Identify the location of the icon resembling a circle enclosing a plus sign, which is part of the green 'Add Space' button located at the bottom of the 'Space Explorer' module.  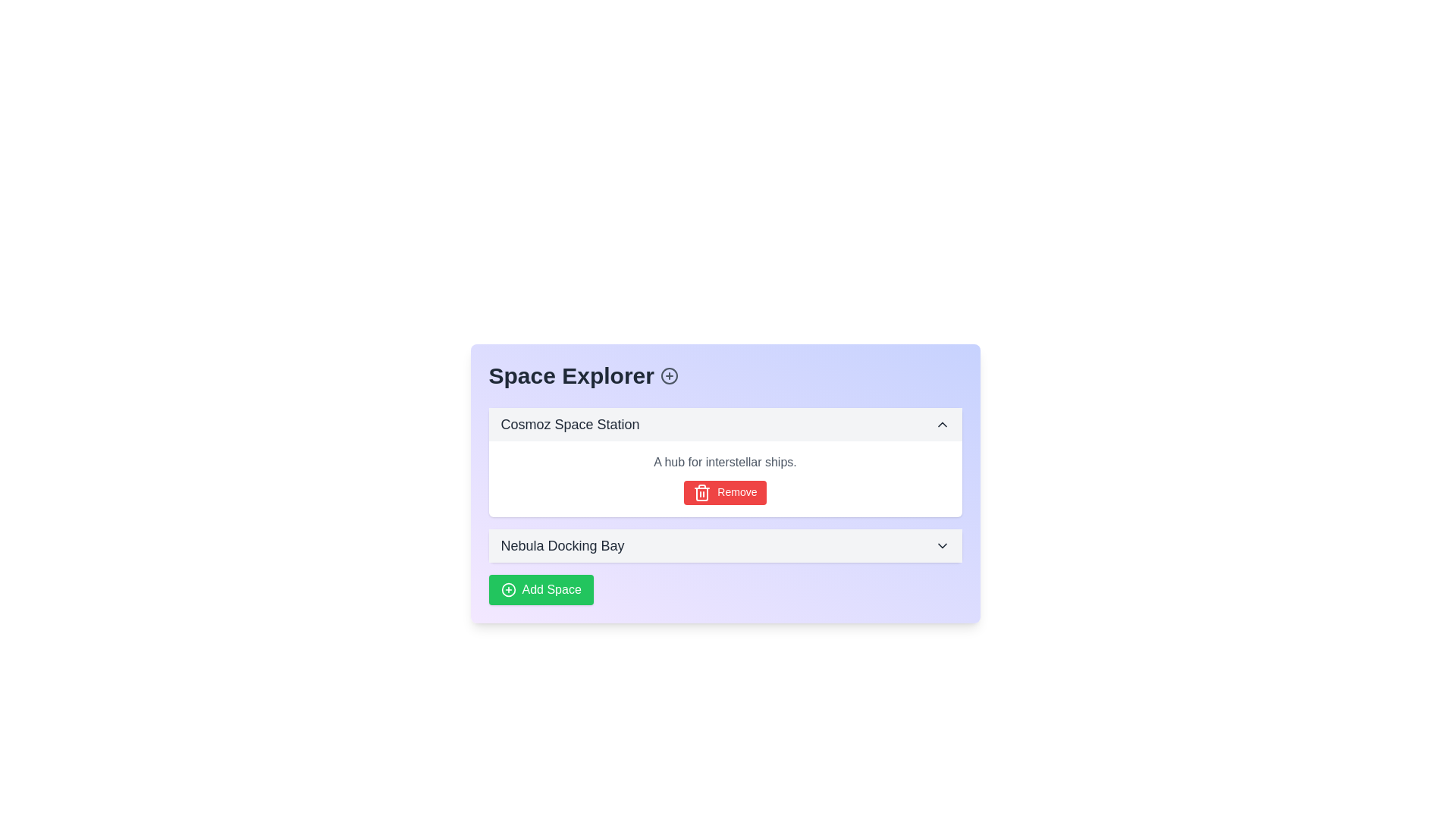
(508, 589).